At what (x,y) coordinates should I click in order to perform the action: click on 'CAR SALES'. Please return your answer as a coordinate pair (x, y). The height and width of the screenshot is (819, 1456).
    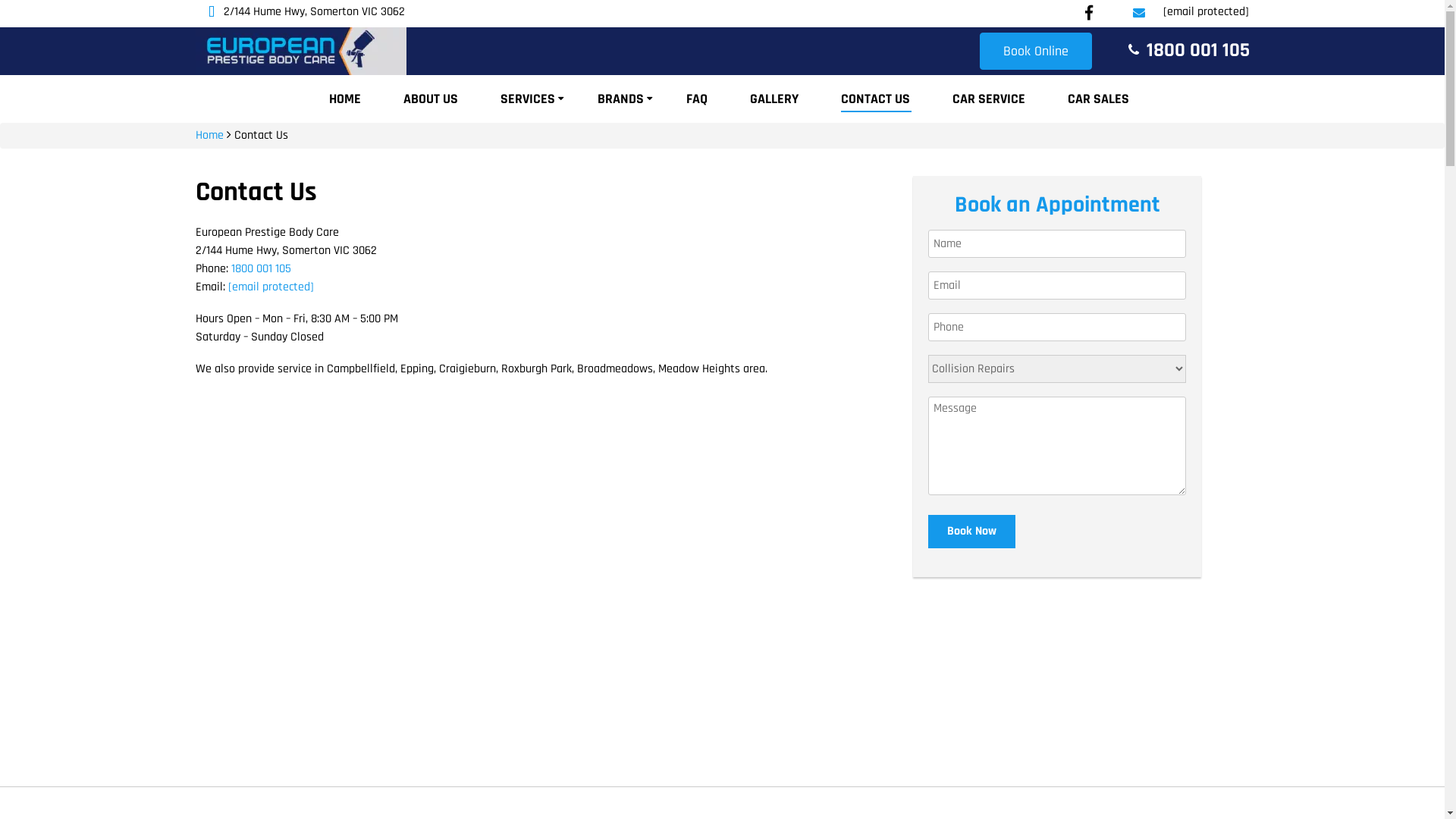
    Looking at the image, I should click on (1098, 99).